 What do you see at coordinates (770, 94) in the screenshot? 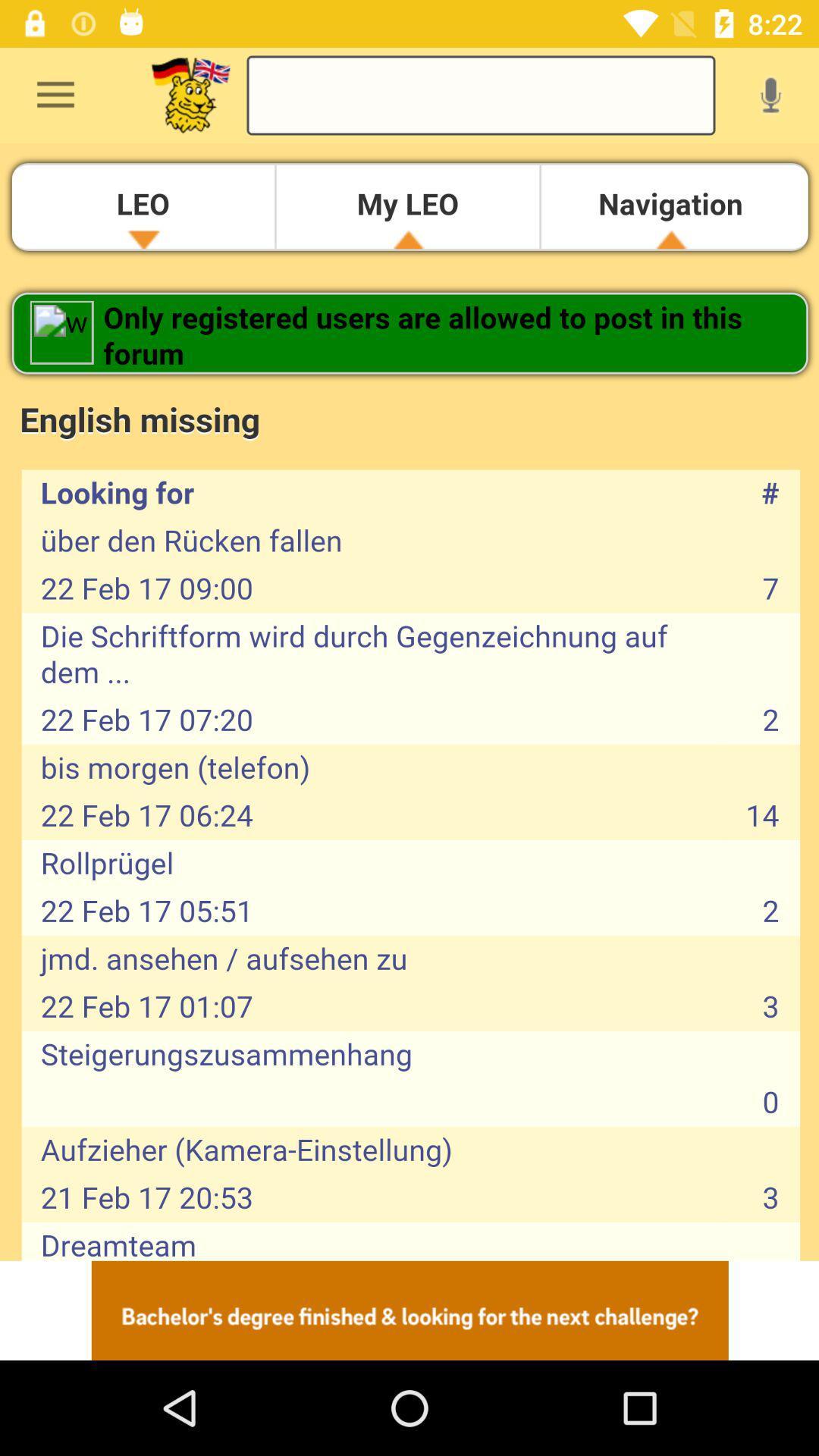
I see `voice search` at bounding box center [770, 94].